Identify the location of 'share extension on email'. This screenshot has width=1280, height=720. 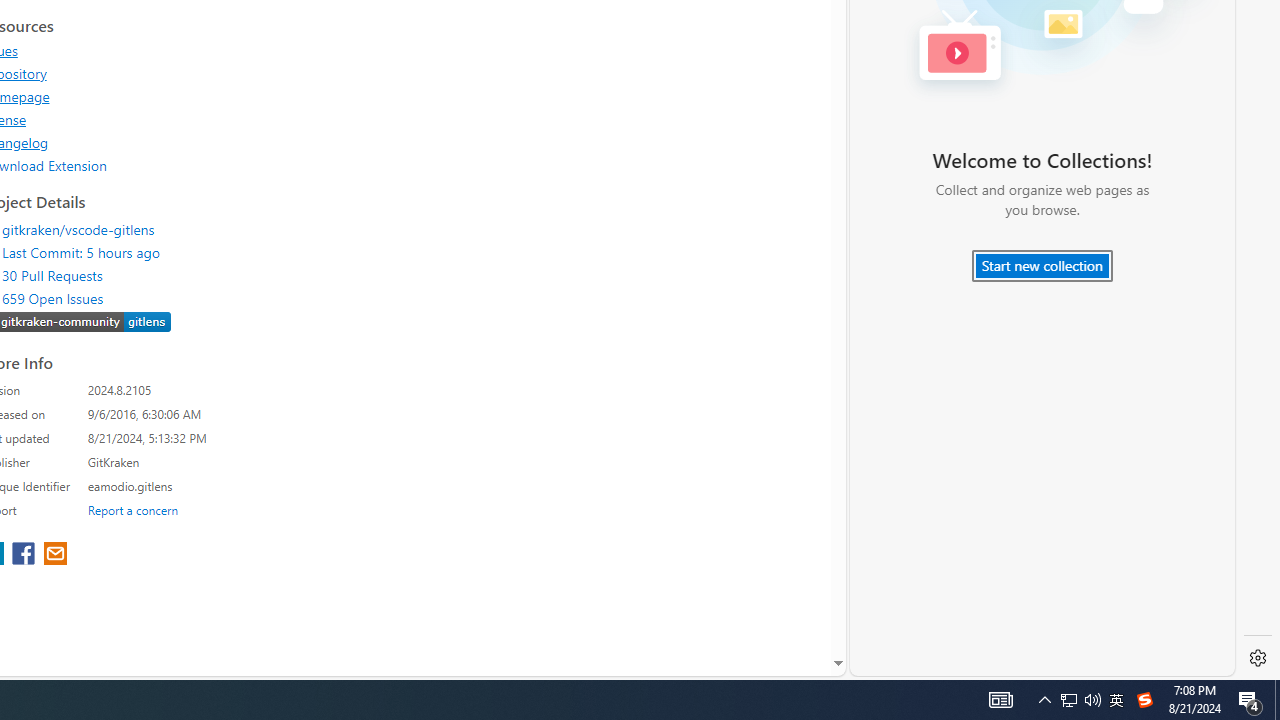
(55, 555).